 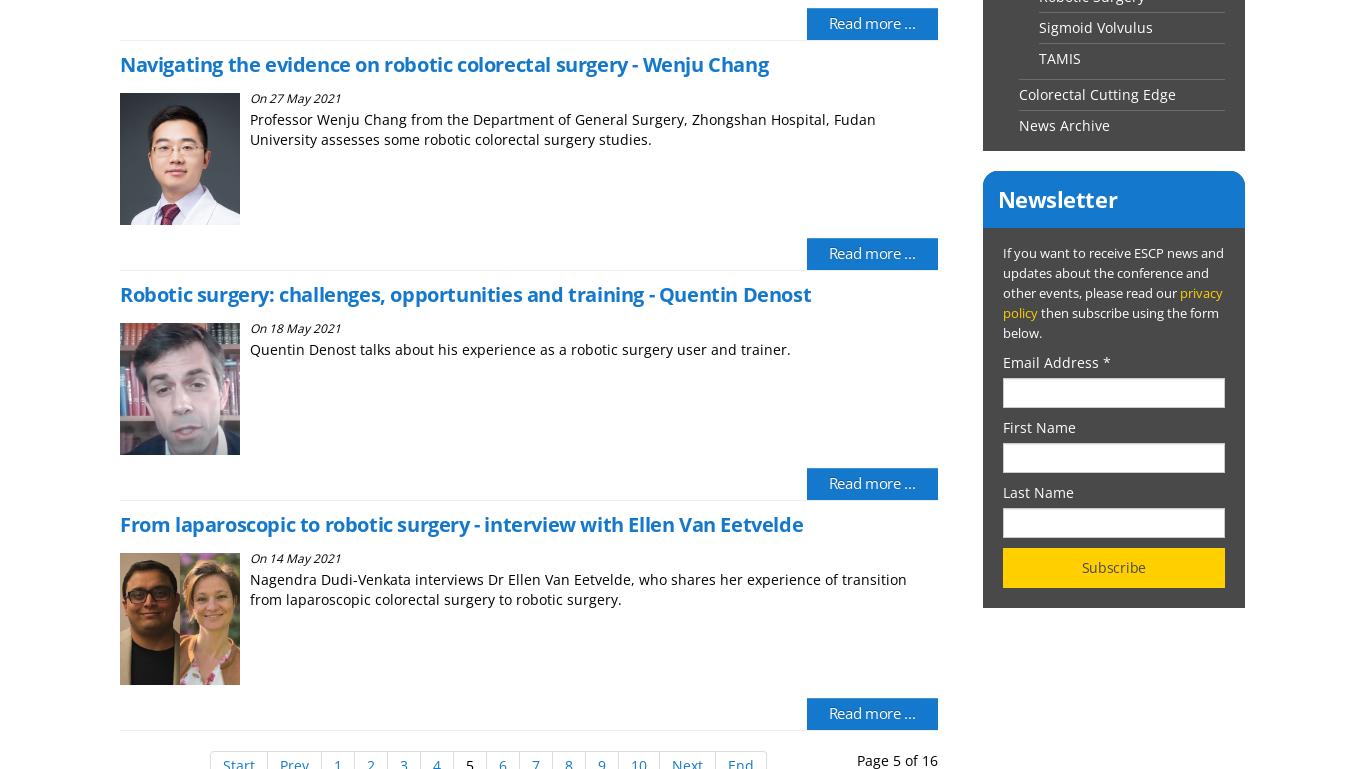 What do you see at coordinates (1038, 58) in the screenshot?
I see `'TAMIS'` at bounding box center [1038, 58].